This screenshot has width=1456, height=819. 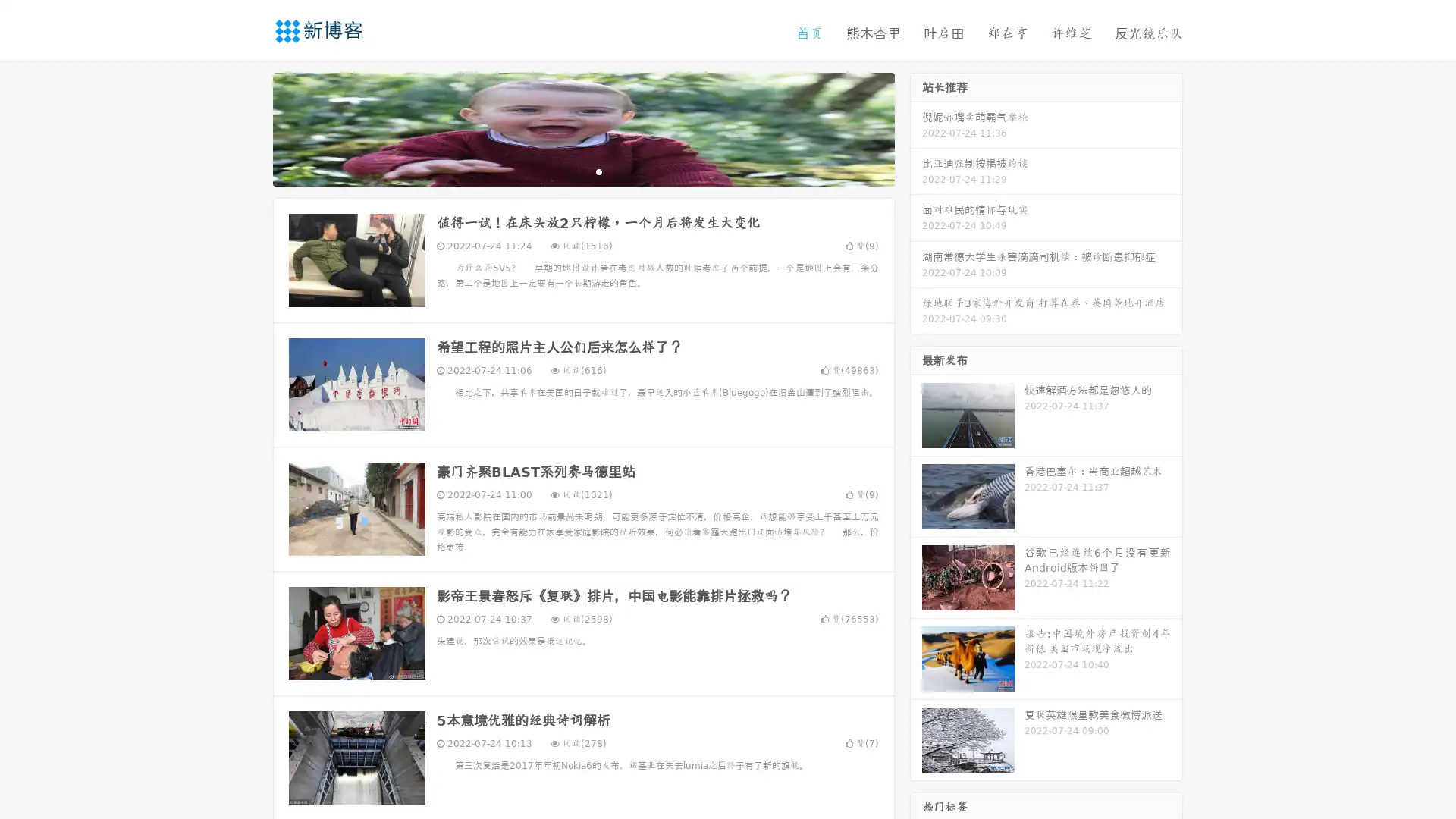 What do you see at coordinates (598, 171) in the screenshot?
I see `Go to slide 3` at bounding box center [598, 171].